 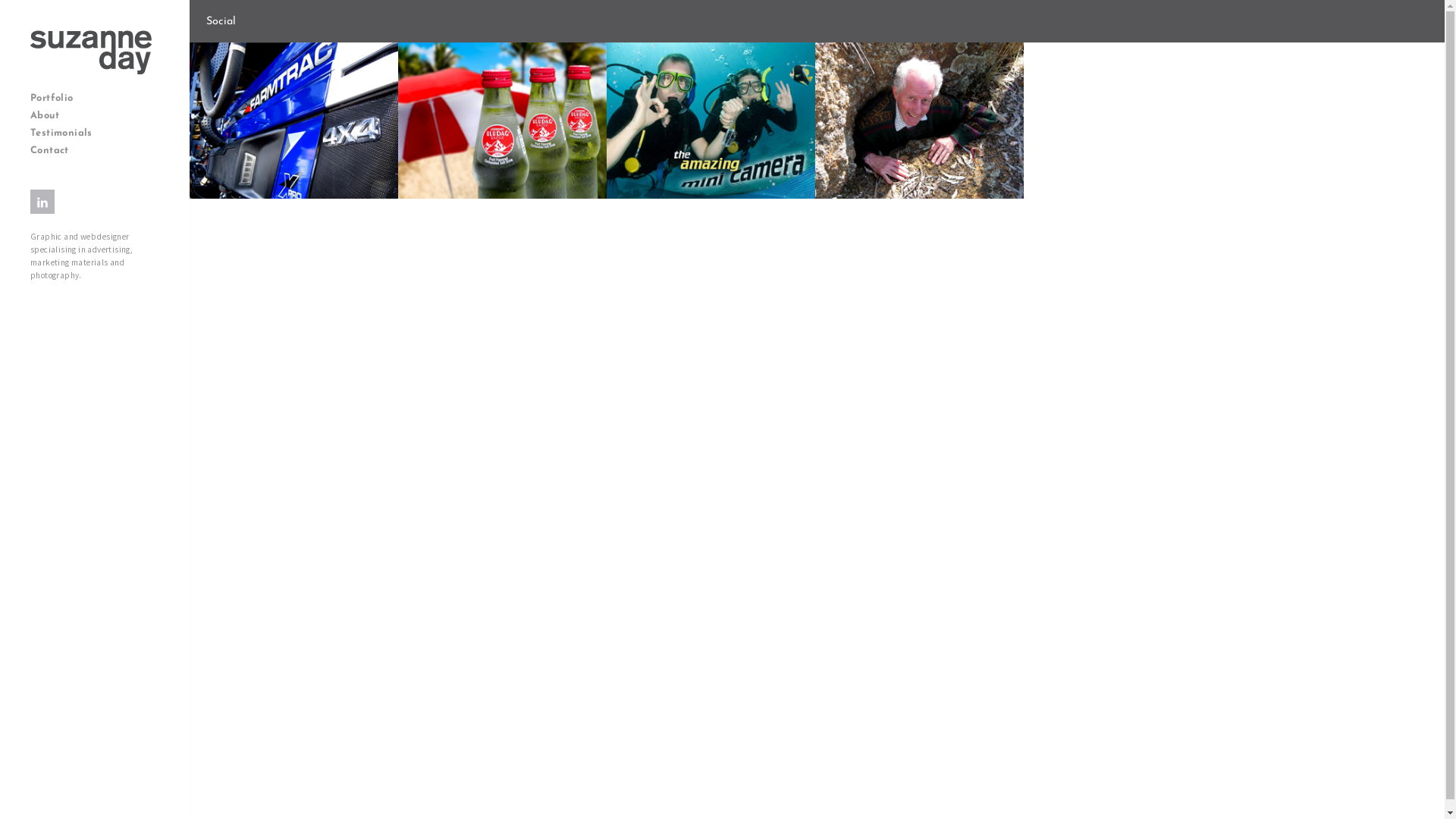 What do you see at coordinates (188, 119) in the screenshot?
I see `'Sota Tractors II'` at bounding box center [188, 119].